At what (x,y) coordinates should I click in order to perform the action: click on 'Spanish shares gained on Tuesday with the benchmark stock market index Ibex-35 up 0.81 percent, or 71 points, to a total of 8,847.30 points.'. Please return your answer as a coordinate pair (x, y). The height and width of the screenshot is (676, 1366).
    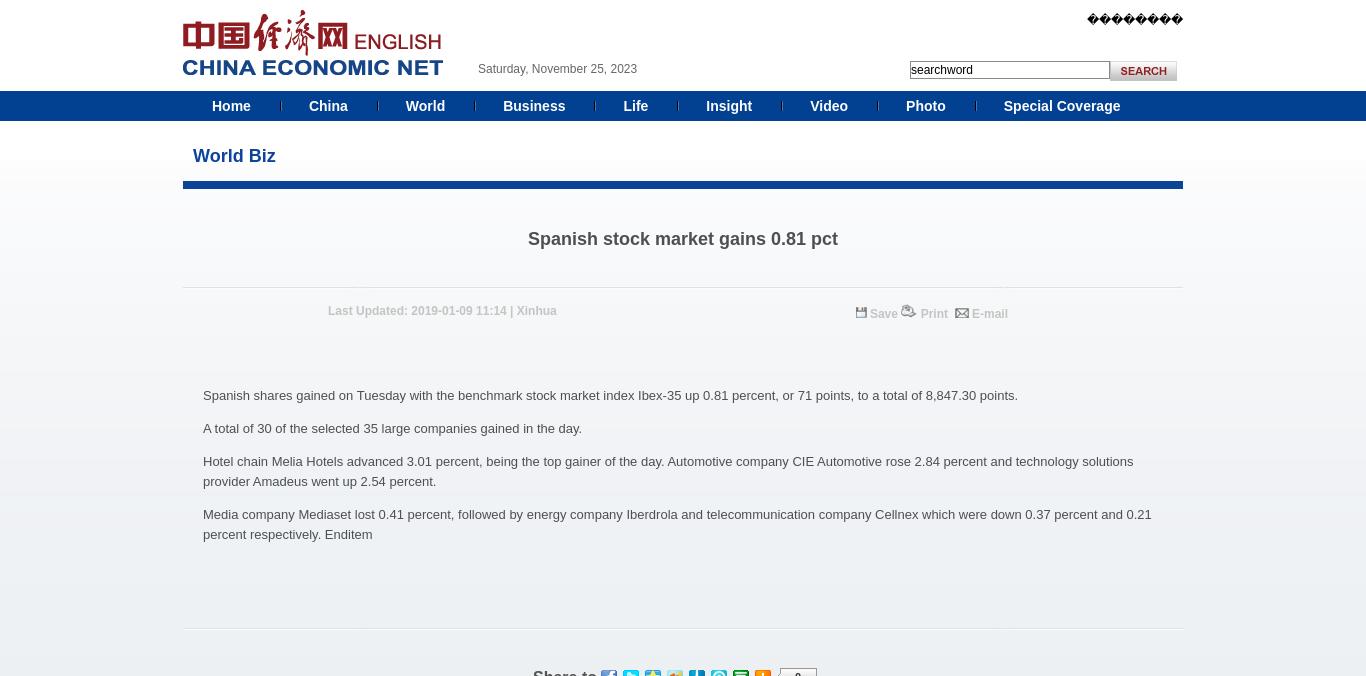
    Looking at the image, I should click on (609, 394).